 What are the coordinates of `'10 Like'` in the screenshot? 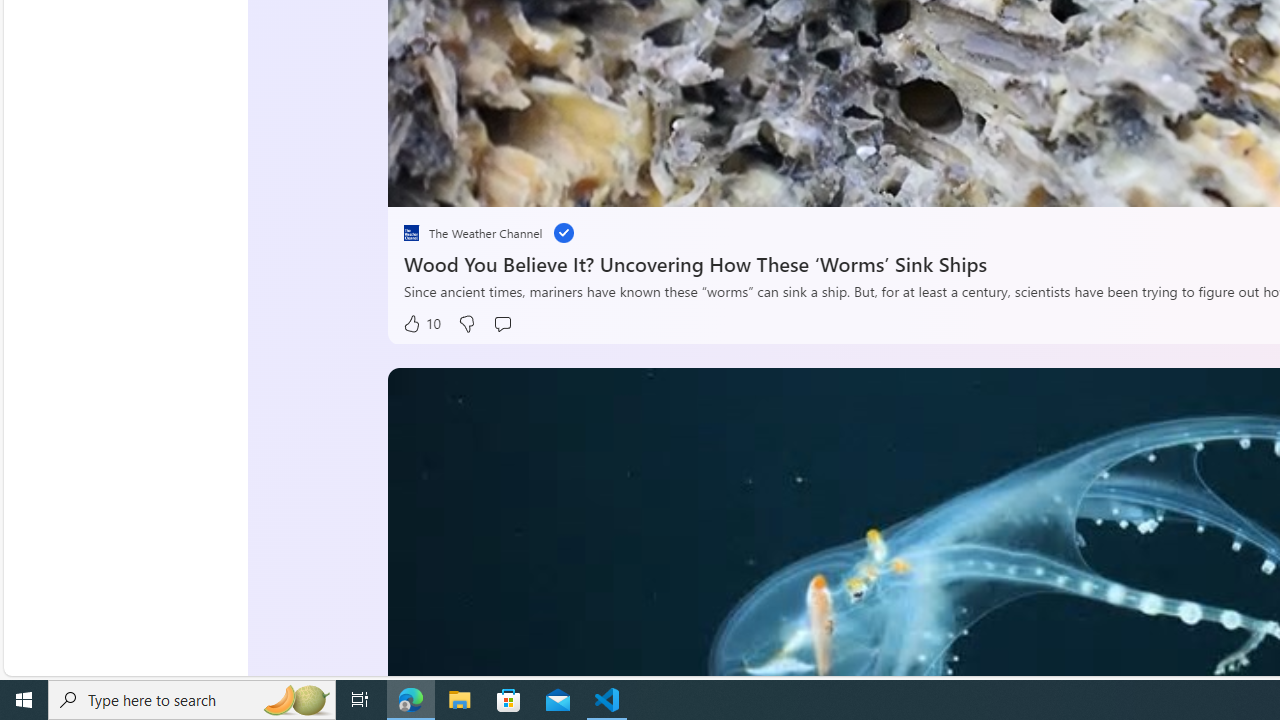 It's located at (421, 323).